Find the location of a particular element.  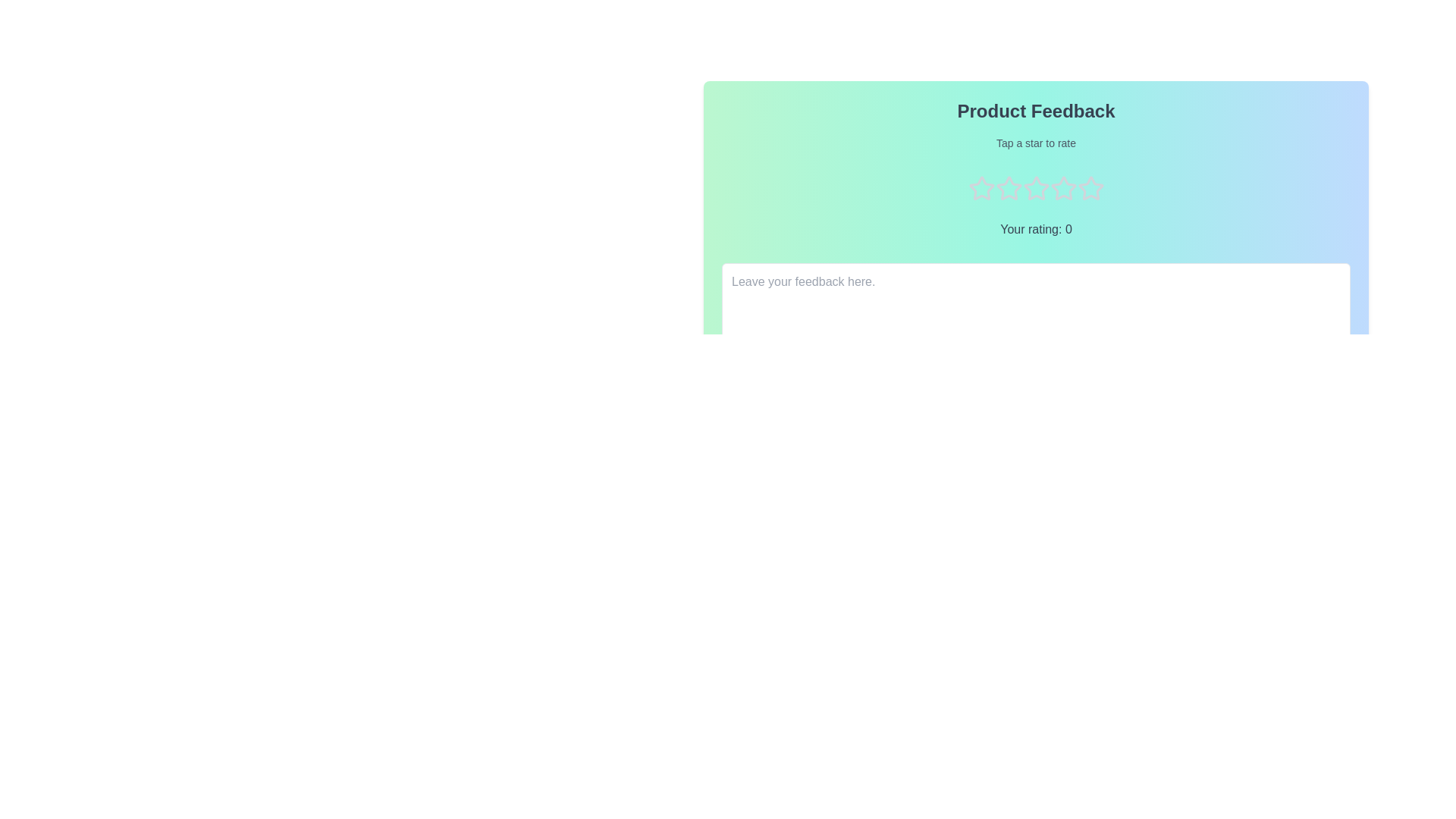

the feedback text area and type the desired feedback text is located at coordinates (1035, 305).